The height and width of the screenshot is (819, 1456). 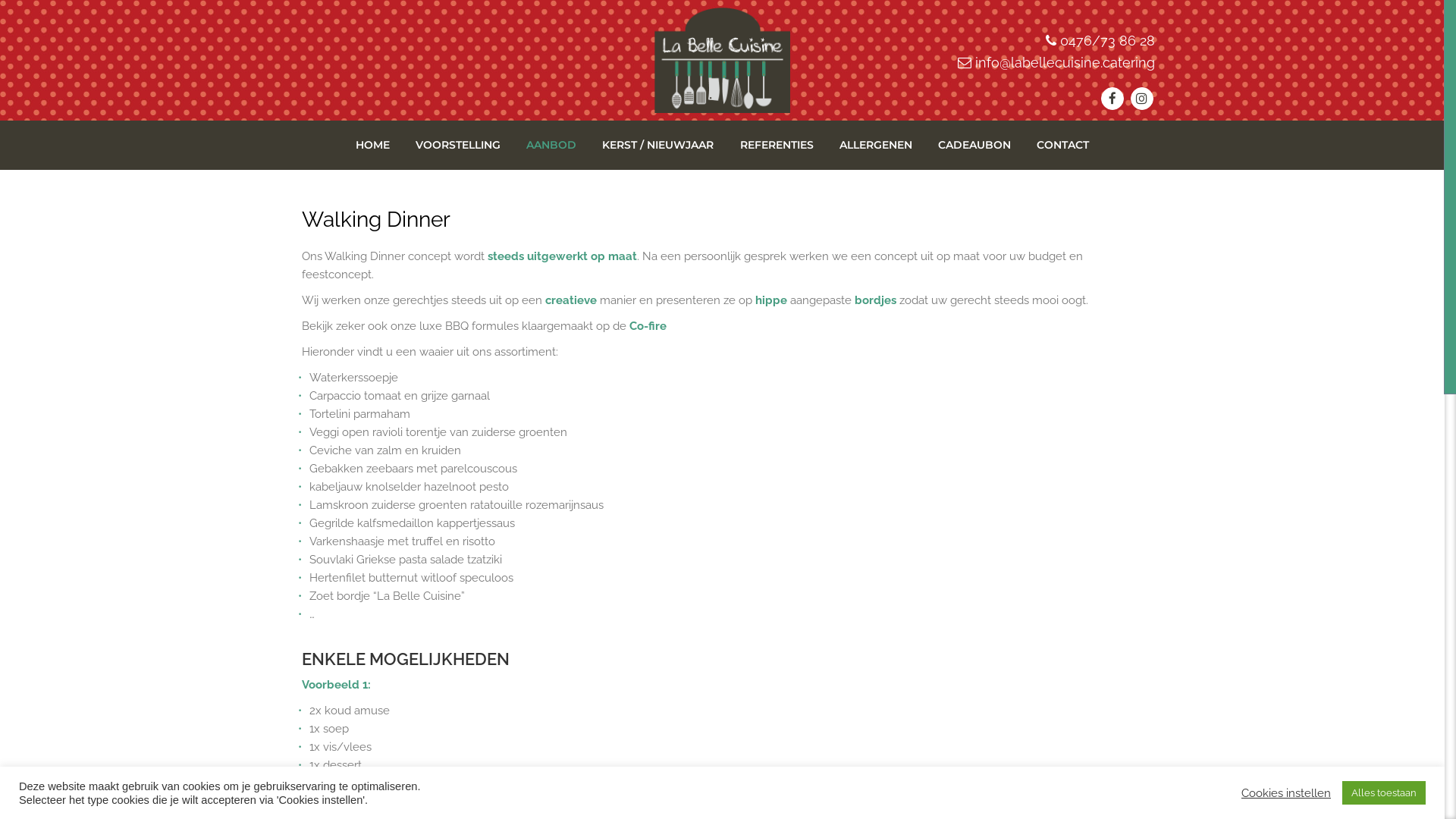 What do you see at coordinates (1383, 792) in the screenshot?
I see `'Alles toestaan'` at bounding box center [1383, 792].